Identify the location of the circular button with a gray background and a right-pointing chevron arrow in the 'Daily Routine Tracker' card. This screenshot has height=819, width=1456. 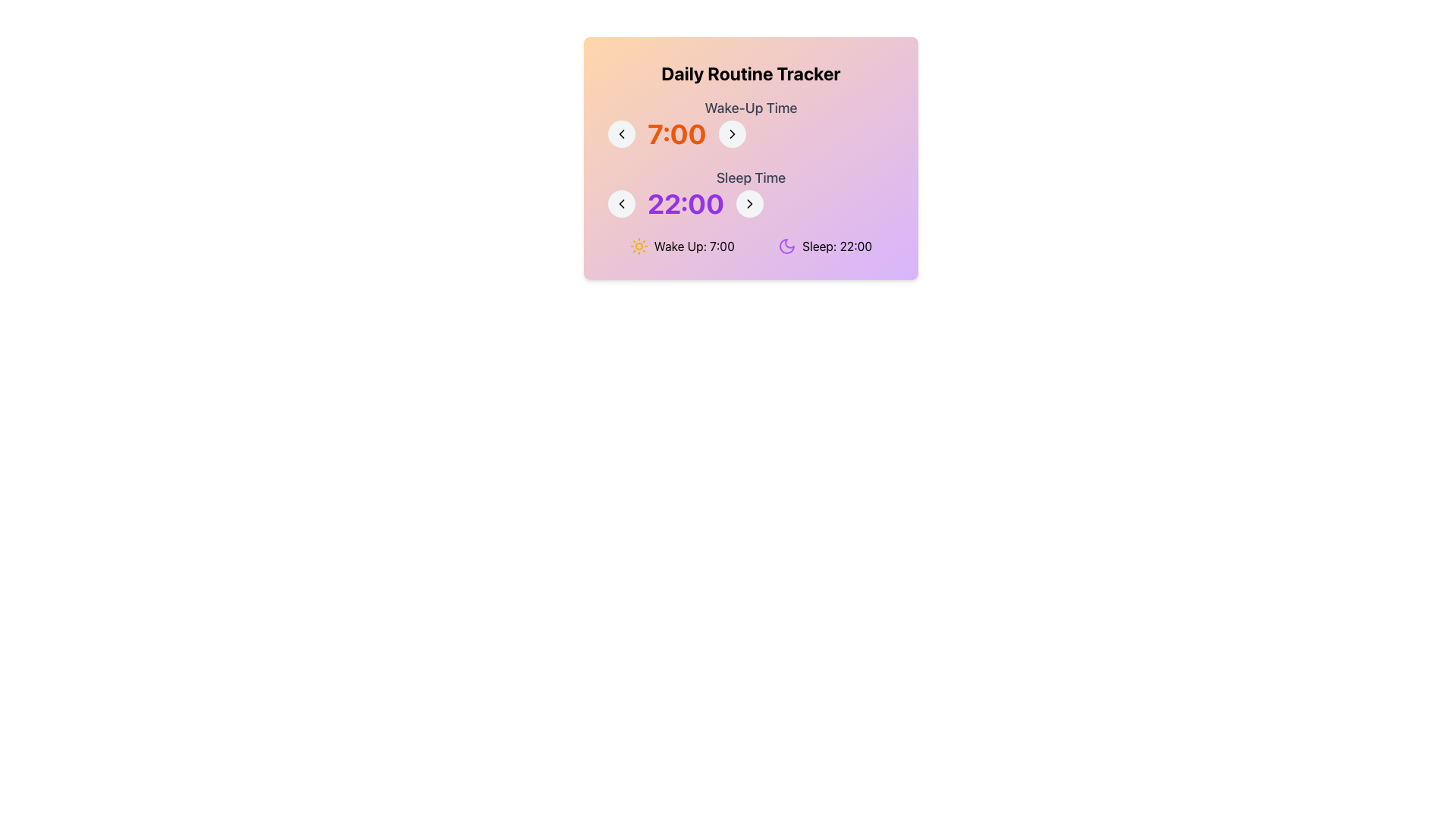
(732, 133).